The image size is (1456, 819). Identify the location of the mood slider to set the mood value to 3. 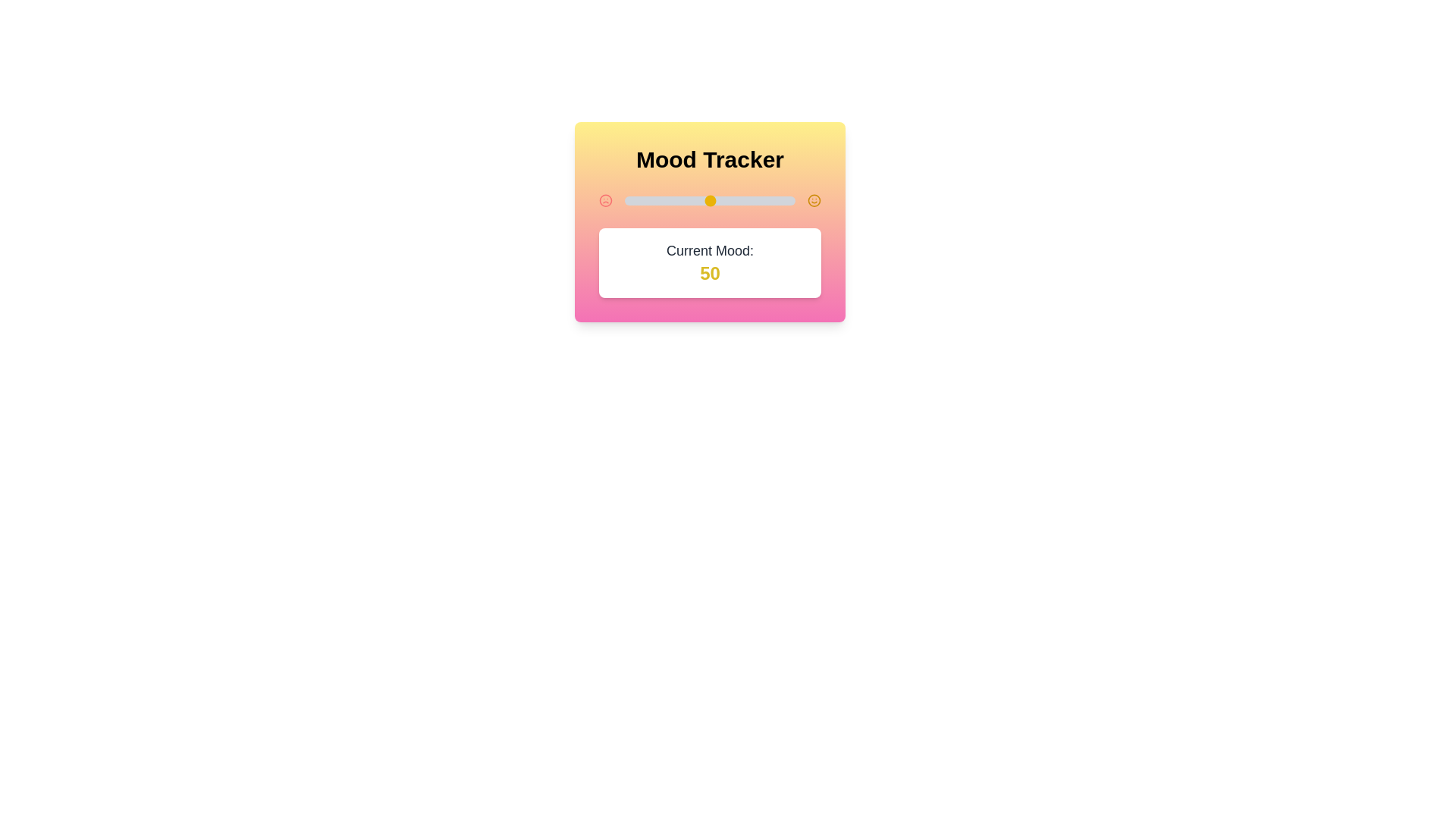
(630, 200).